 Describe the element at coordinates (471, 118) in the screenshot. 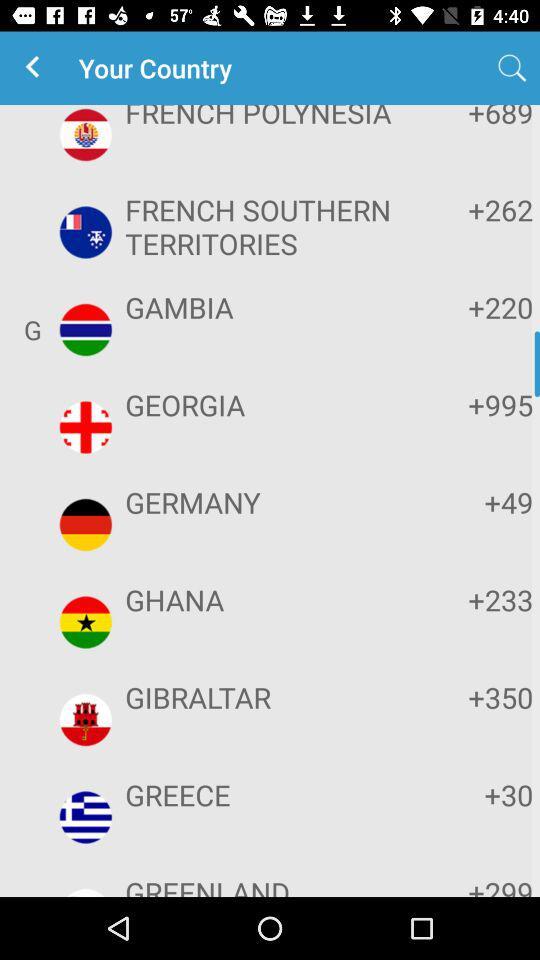

I see `the +689 item` at that location.